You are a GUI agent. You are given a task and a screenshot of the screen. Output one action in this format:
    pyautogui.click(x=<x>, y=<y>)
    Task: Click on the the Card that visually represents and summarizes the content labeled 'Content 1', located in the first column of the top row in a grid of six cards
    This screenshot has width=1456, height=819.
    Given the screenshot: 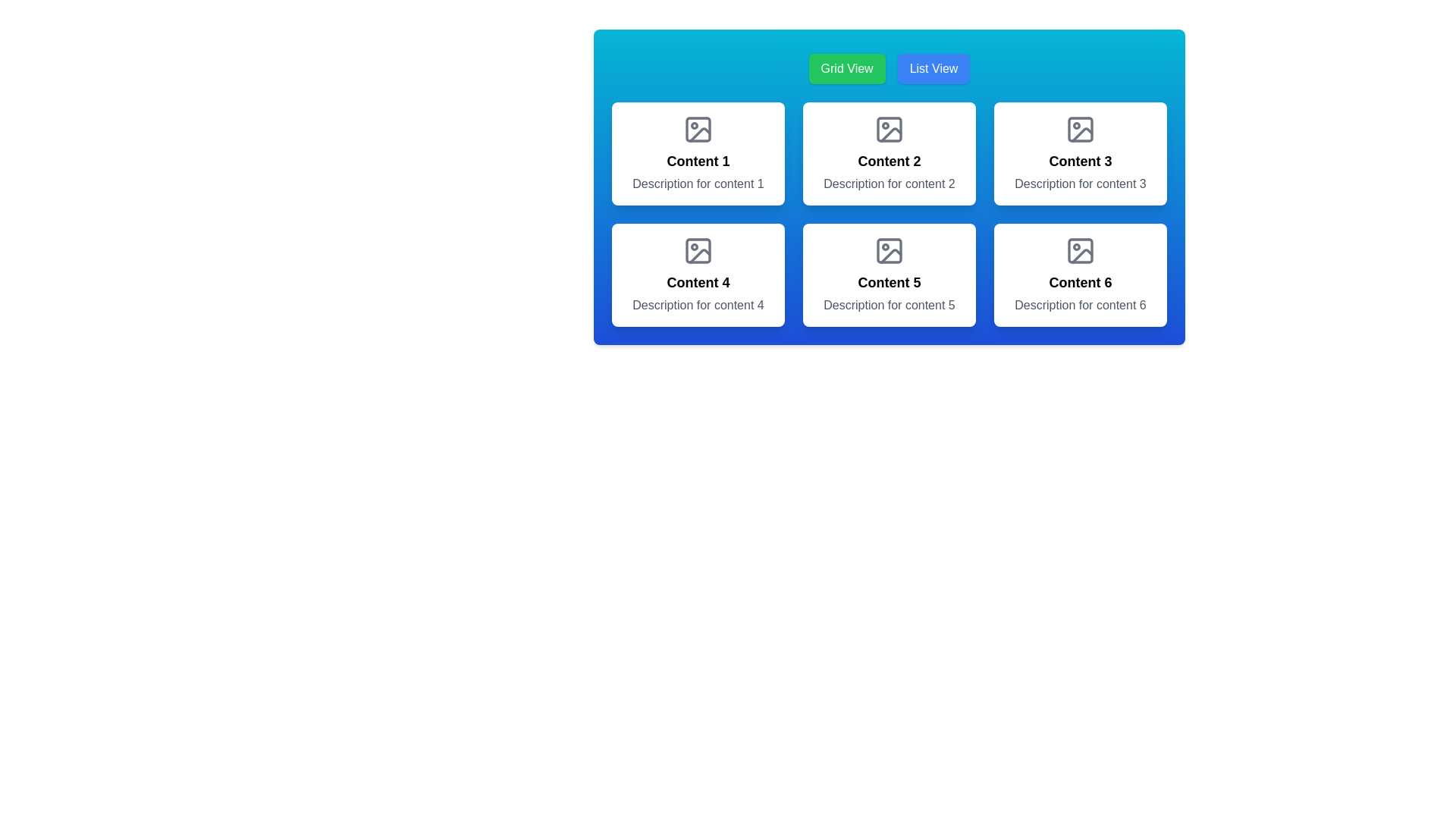 What is the action you would take?
    pyautogui.click(x=698, y=154)
    